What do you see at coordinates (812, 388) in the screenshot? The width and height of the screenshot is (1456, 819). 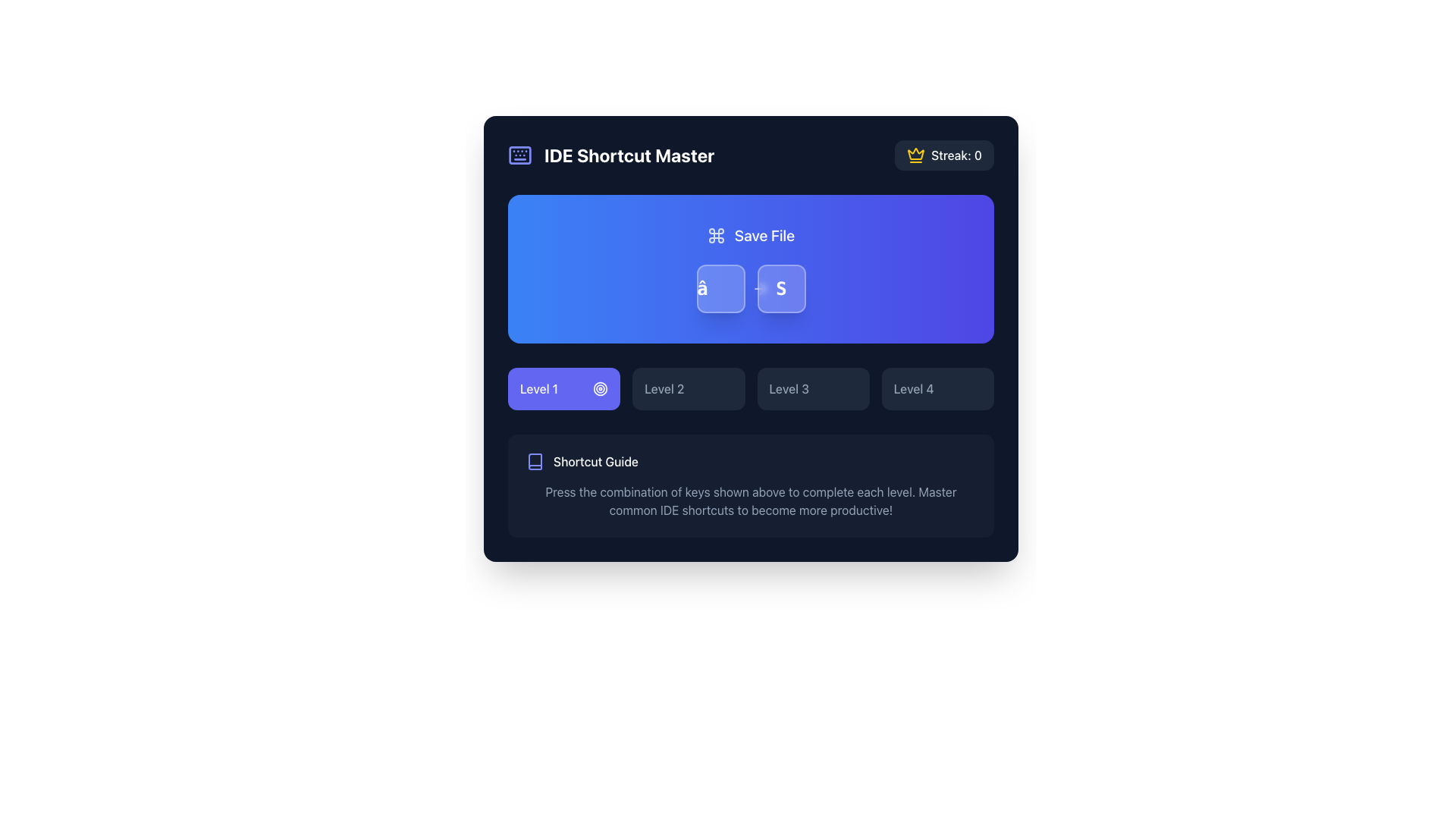 I see `the 'Level 3' button located between the 'Level 2' and 'Level 4' buttons` at bounding box center [812, 388].